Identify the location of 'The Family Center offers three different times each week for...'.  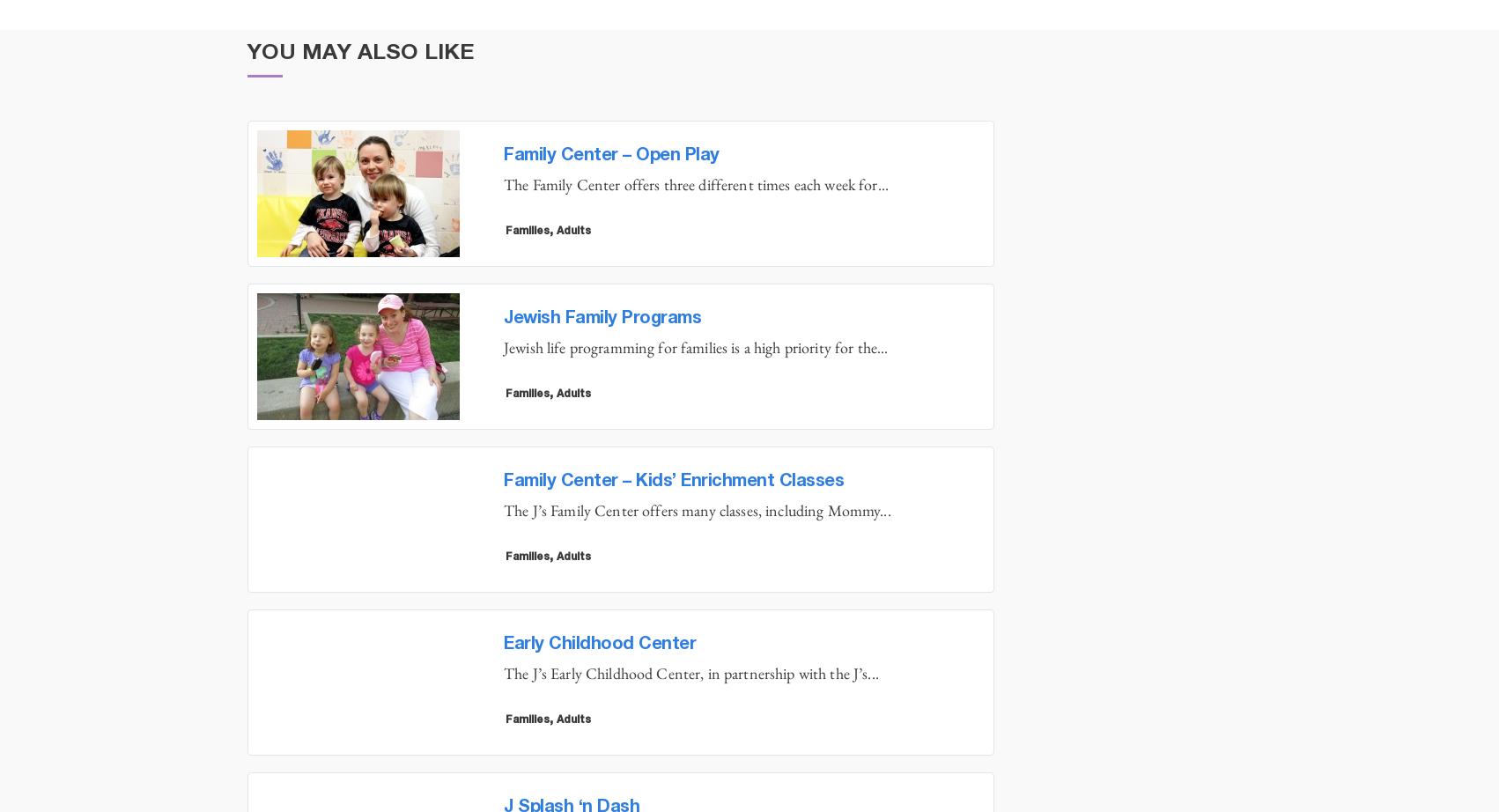
(695, 184).